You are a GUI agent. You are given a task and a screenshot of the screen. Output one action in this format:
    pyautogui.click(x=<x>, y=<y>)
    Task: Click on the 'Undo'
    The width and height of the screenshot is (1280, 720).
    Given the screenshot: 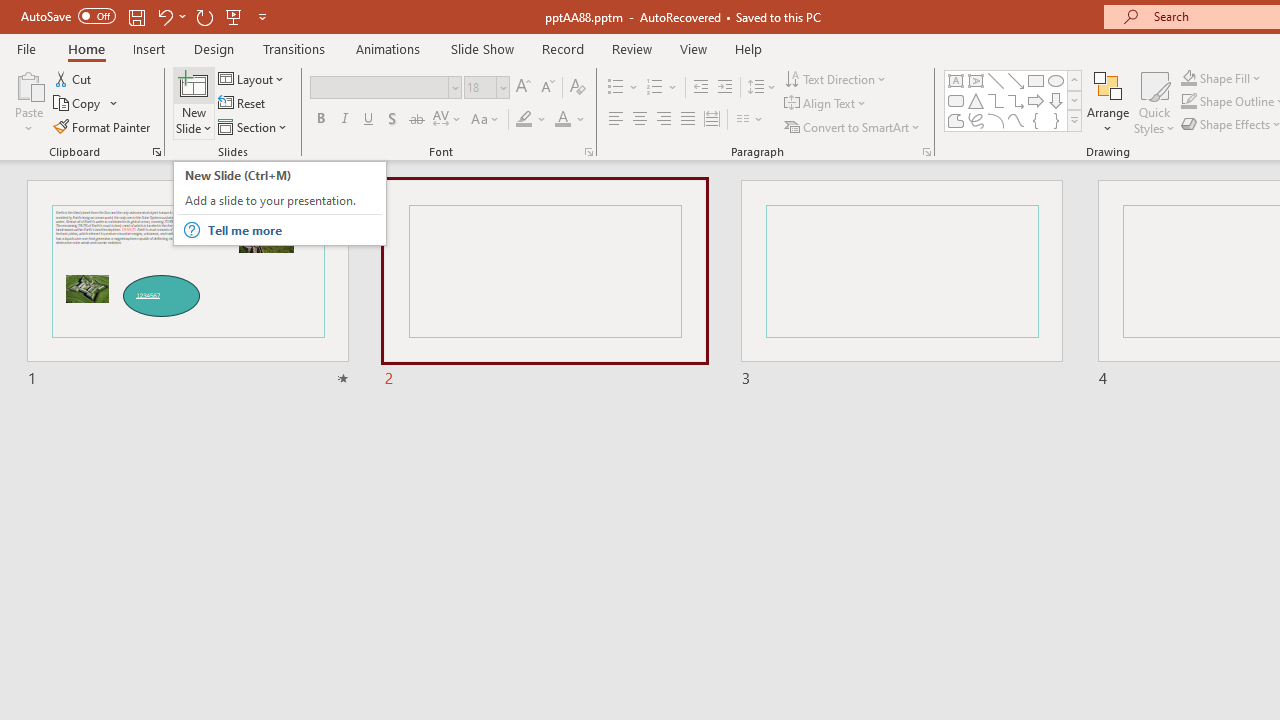 What is the action you would take?
    pyautogui.click(x=164, y=16)
    